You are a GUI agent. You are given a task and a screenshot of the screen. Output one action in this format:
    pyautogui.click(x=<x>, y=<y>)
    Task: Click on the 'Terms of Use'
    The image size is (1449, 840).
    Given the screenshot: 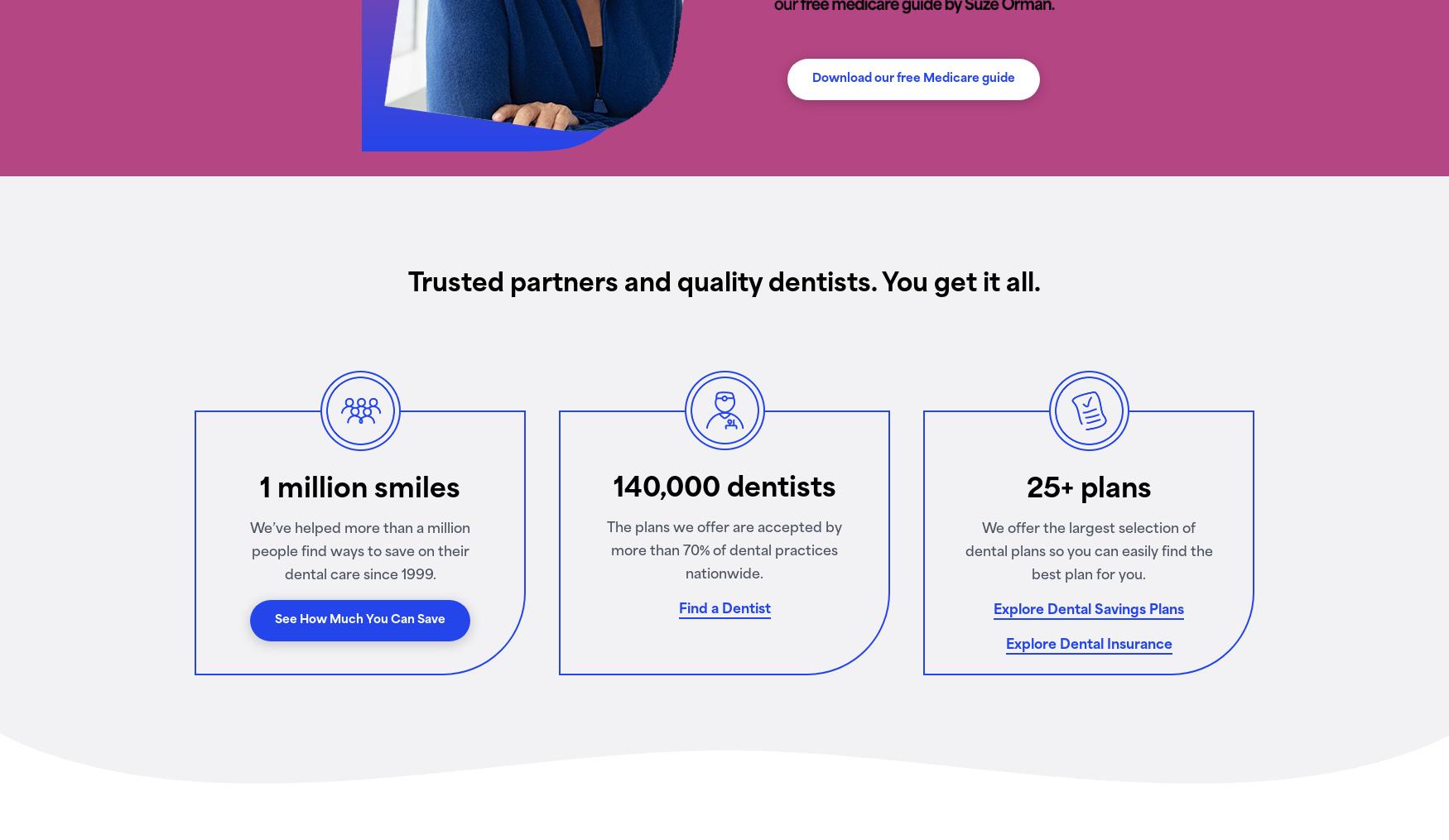 What is the action you would take?
    pyautogui.click(x=326, y=594)
    